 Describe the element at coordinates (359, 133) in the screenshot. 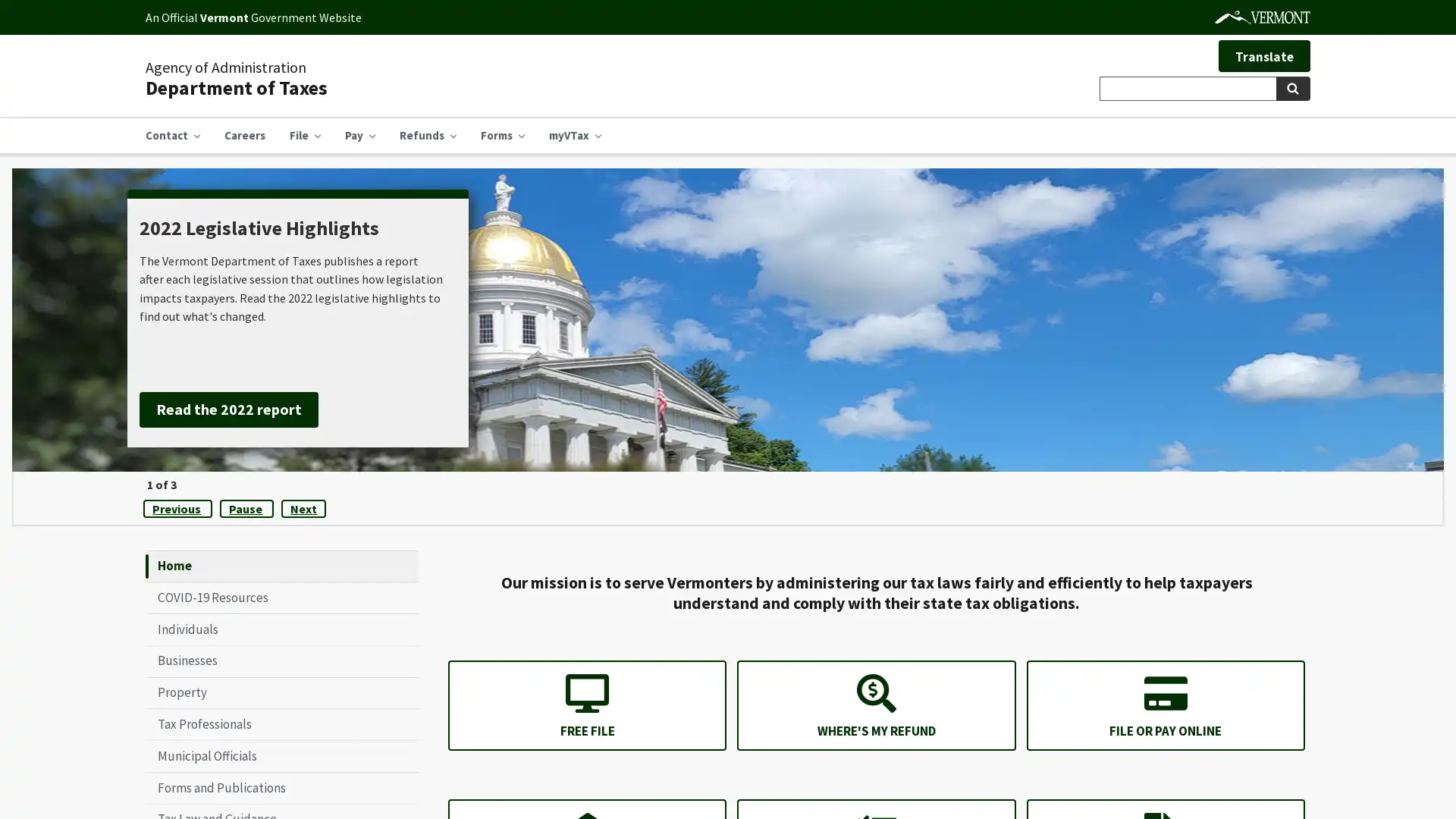

I see `Pay` at that location.